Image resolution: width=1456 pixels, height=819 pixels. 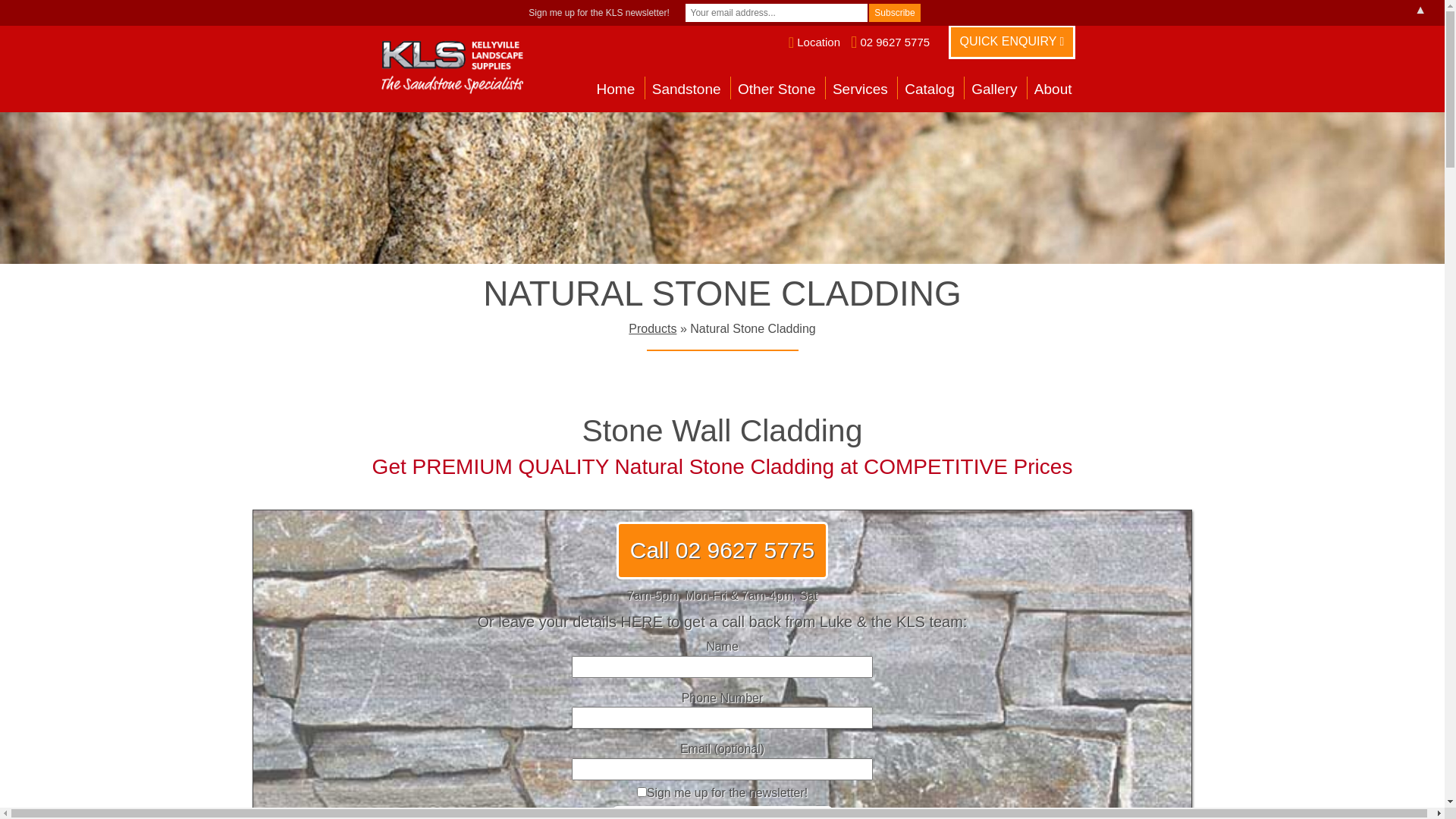 I want to click on 'Home', so click(x=616, y=91).